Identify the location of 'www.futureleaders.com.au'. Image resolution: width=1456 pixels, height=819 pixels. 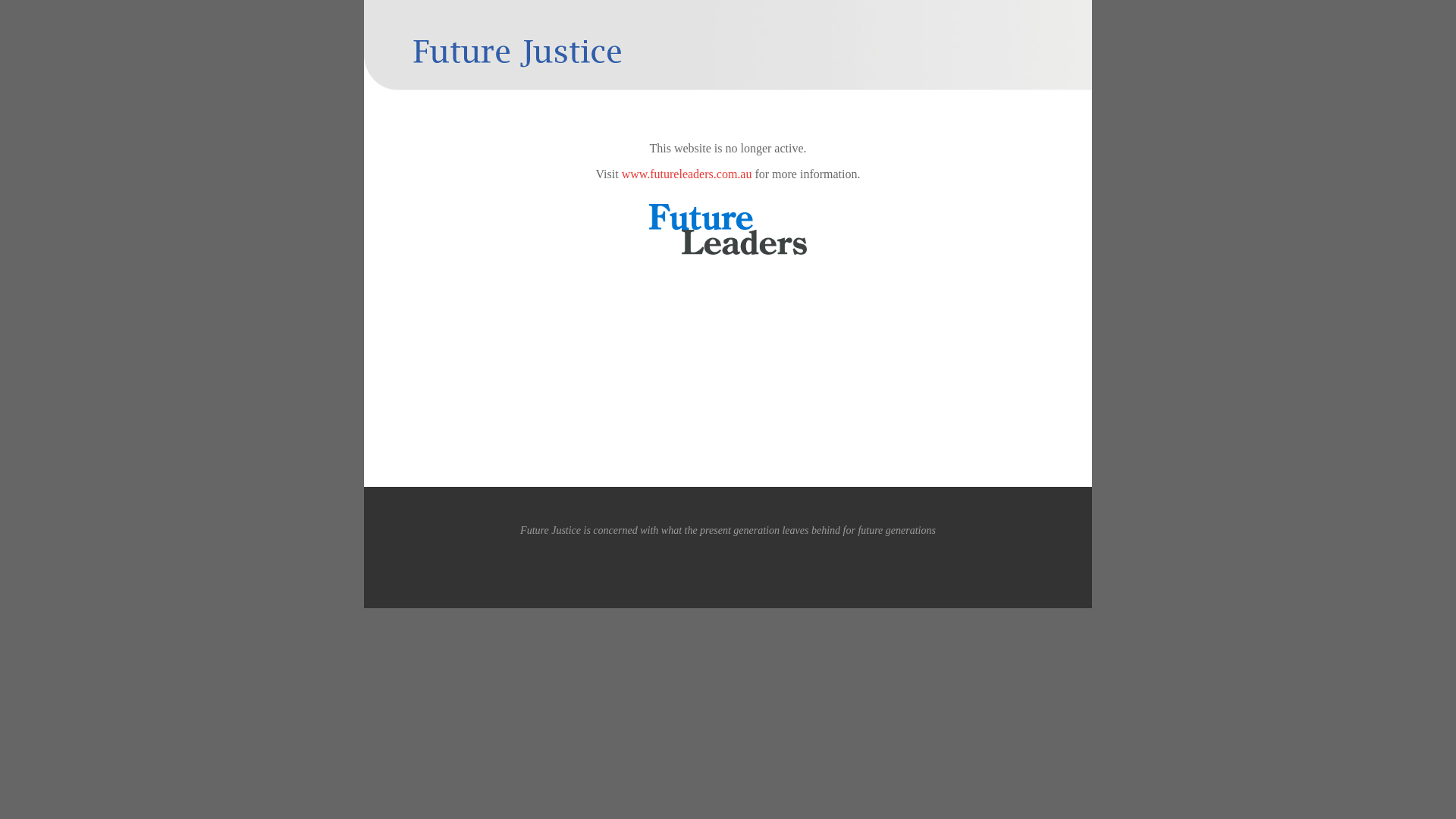
(686, 173).